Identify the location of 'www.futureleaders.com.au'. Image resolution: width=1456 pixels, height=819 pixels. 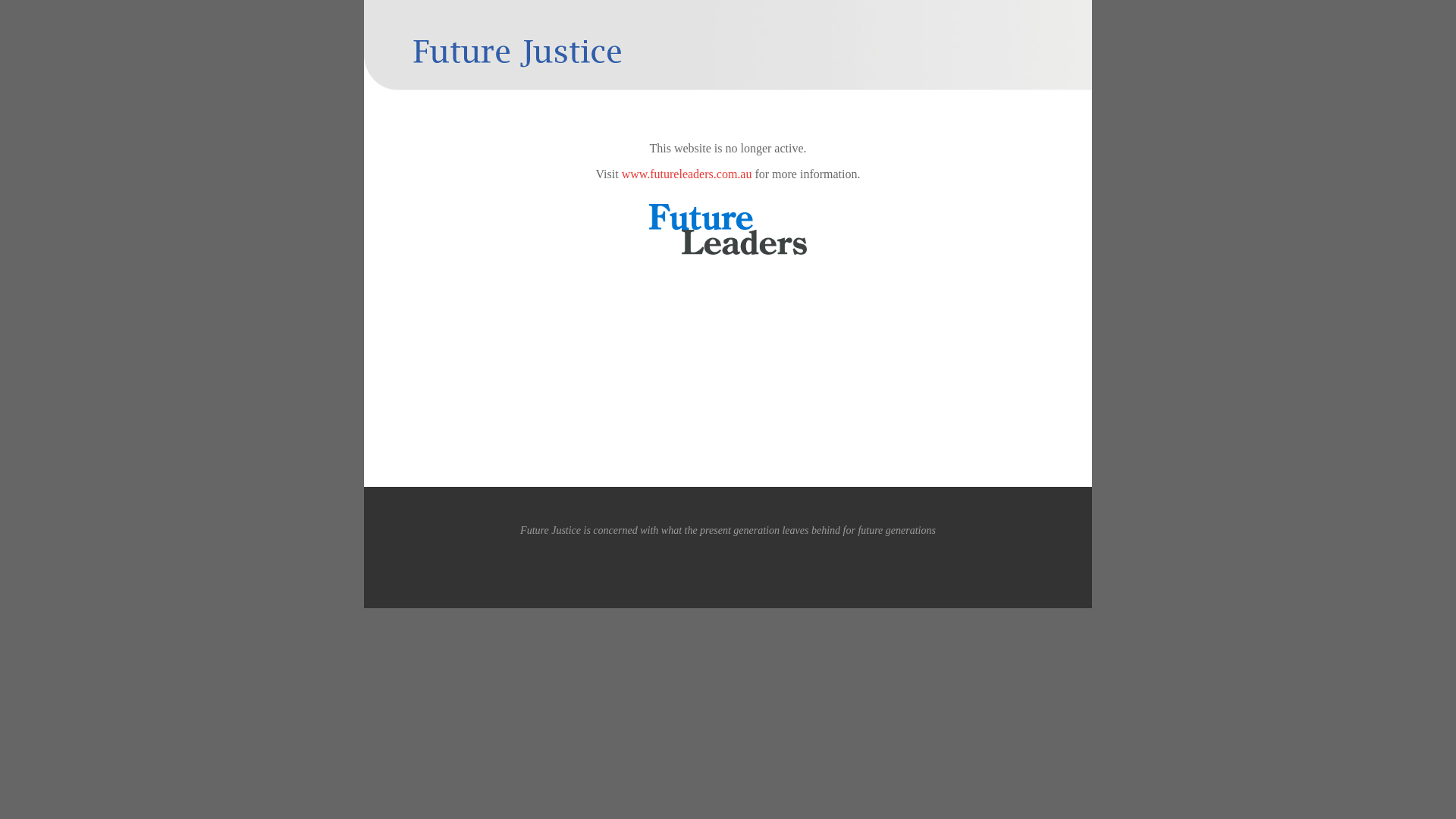
(686, 173).